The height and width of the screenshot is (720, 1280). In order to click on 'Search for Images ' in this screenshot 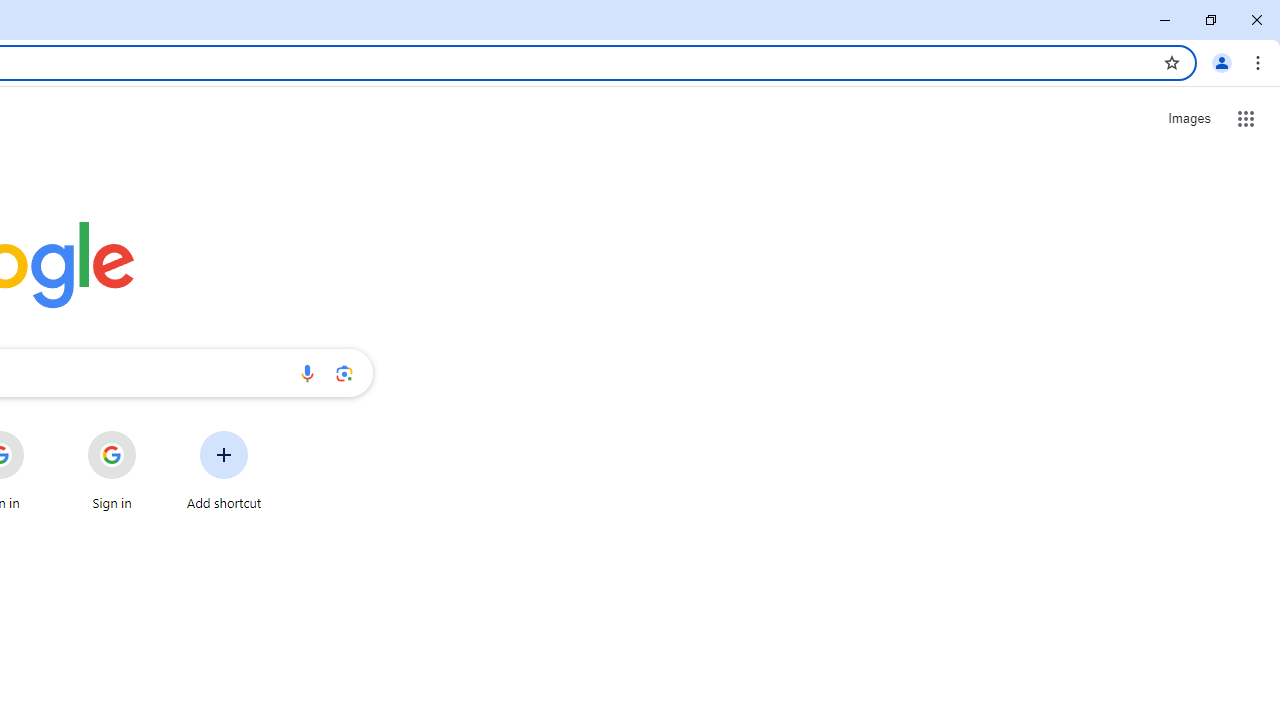, I will do `click(1189, 119)`.